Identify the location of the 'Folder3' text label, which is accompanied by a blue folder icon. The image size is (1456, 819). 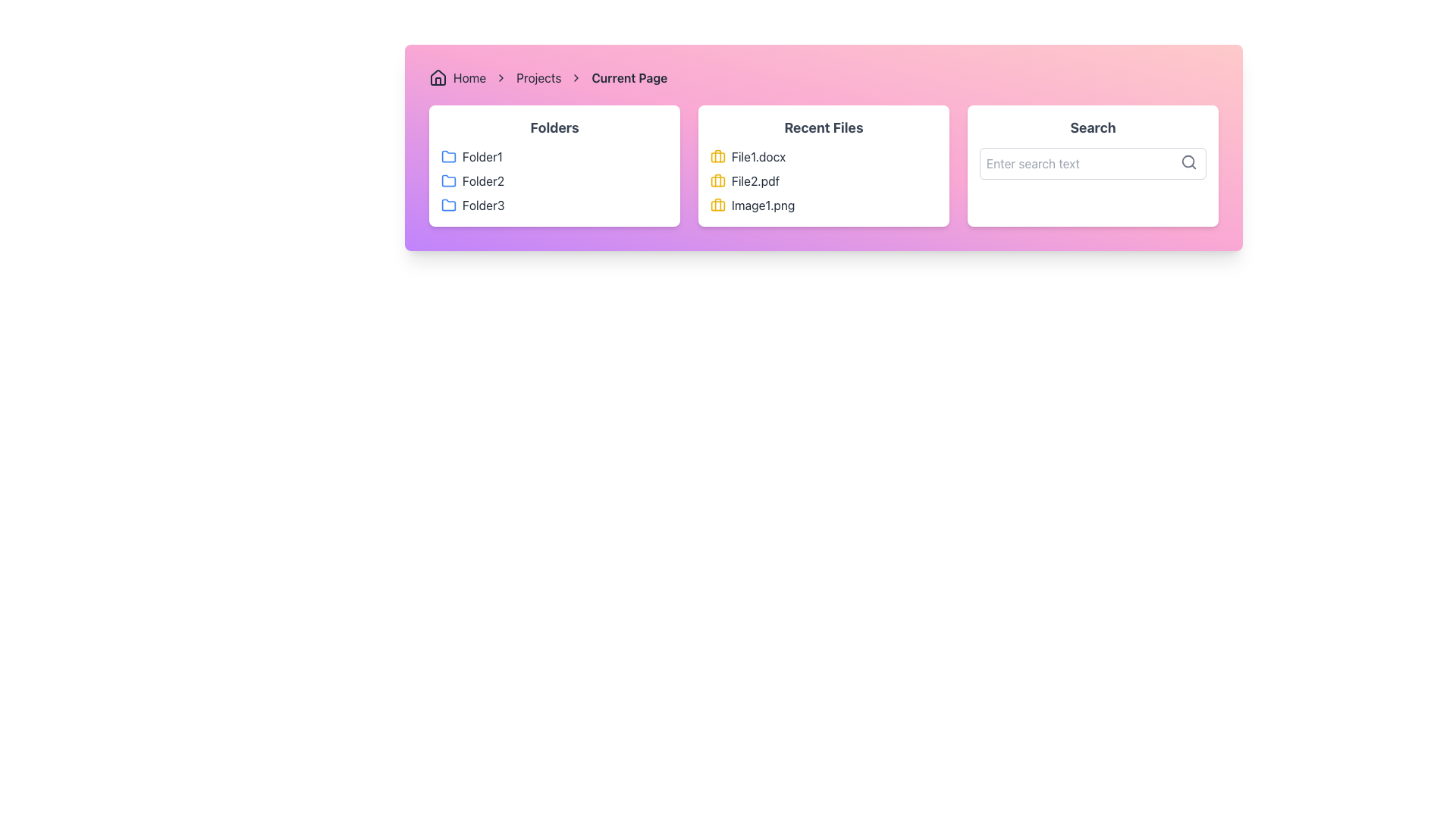
(482, 205).